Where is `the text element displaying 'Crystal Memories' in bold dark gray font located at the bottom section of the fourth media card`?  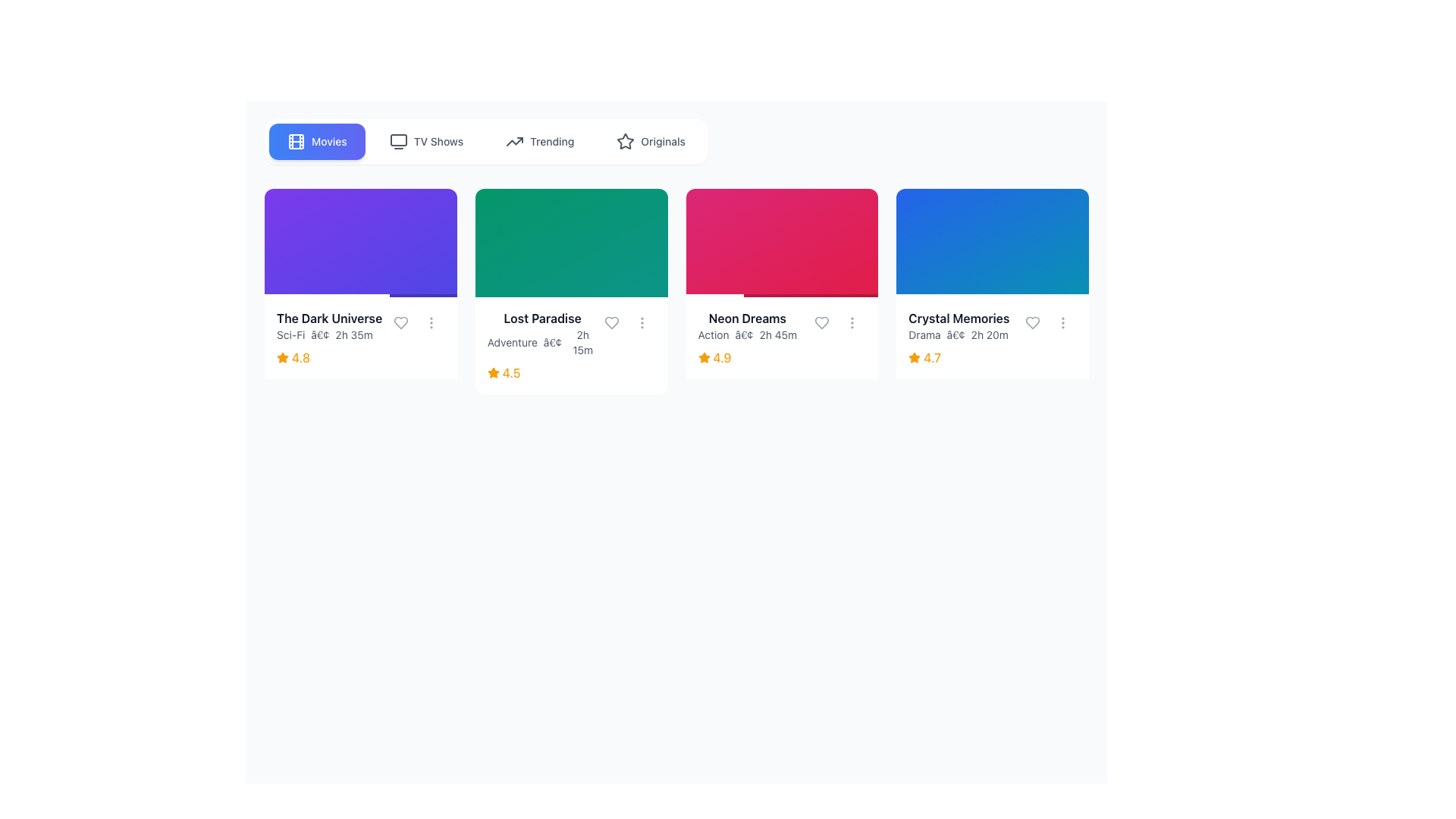
the text element displaying 'Crystal Memories' in bold dark gray font located at the bottom section of the fourth media card is located at coordinates (958, 317).